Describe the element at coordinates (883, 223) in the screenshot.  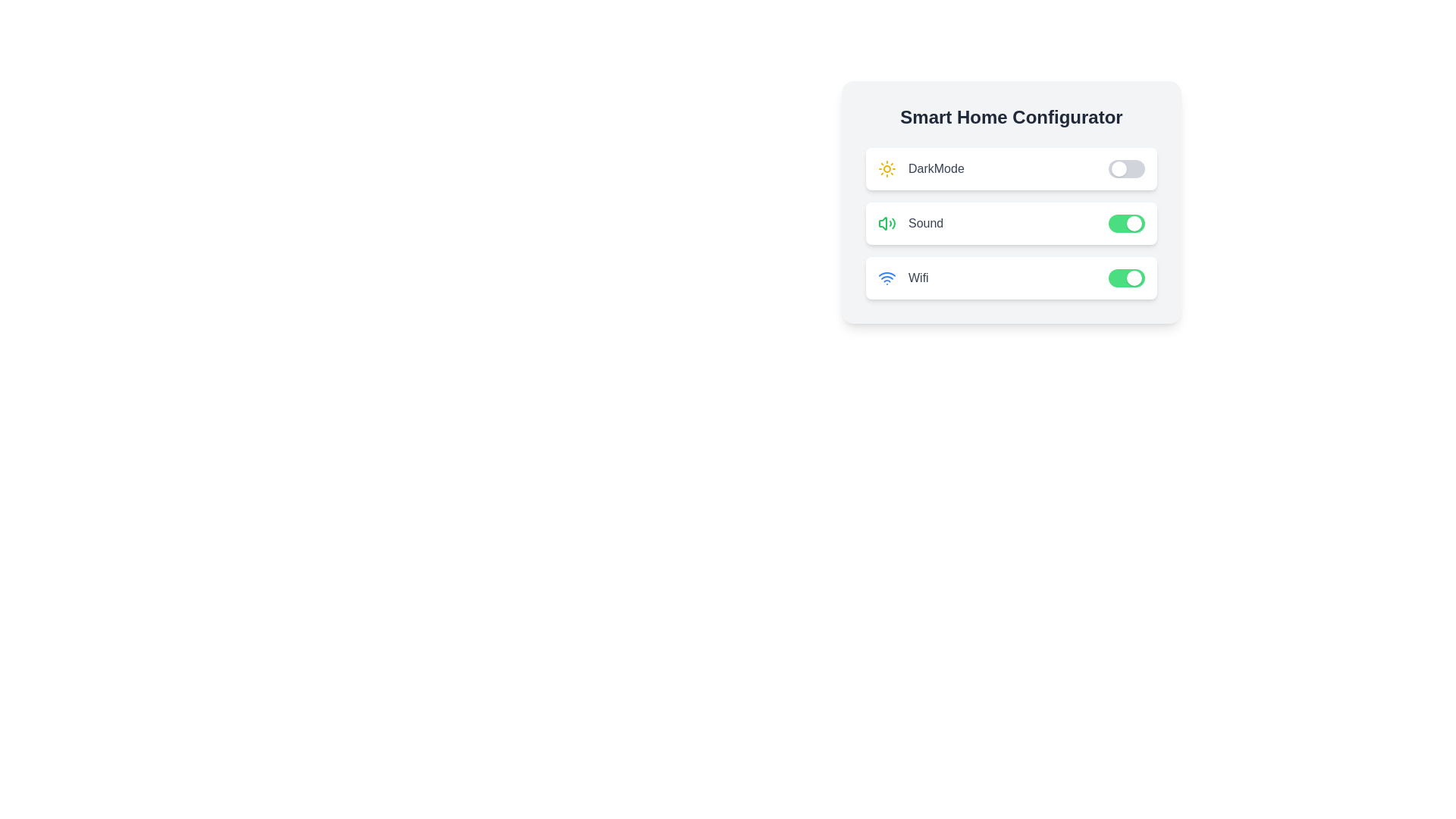
I see `the small green triangular shape located at the base of the larger speaker icon` at that location.